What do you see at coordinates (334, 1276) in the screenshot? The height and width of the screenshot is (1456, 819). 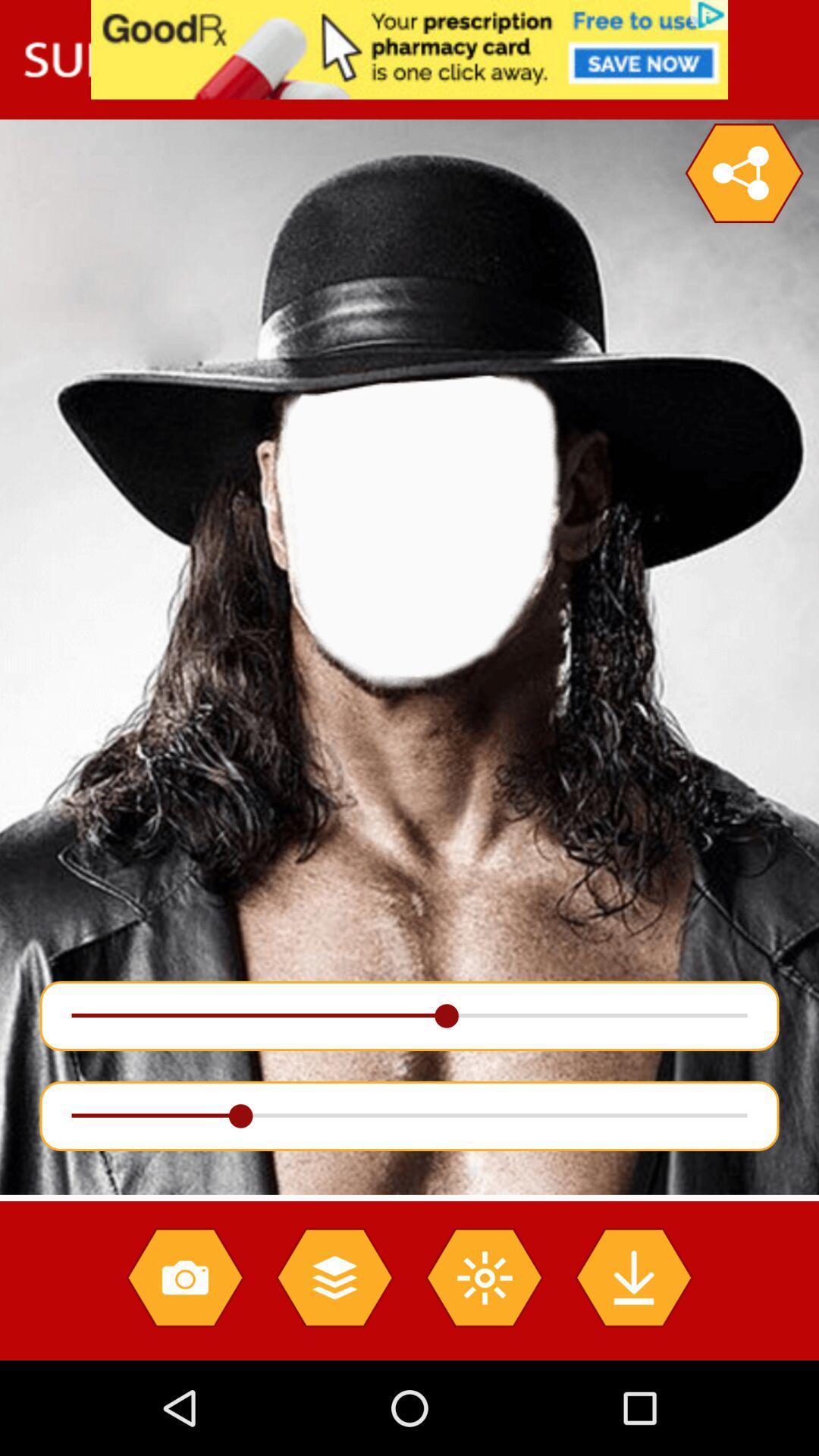 I see `stack layers` at bounding box center [334, 1276].